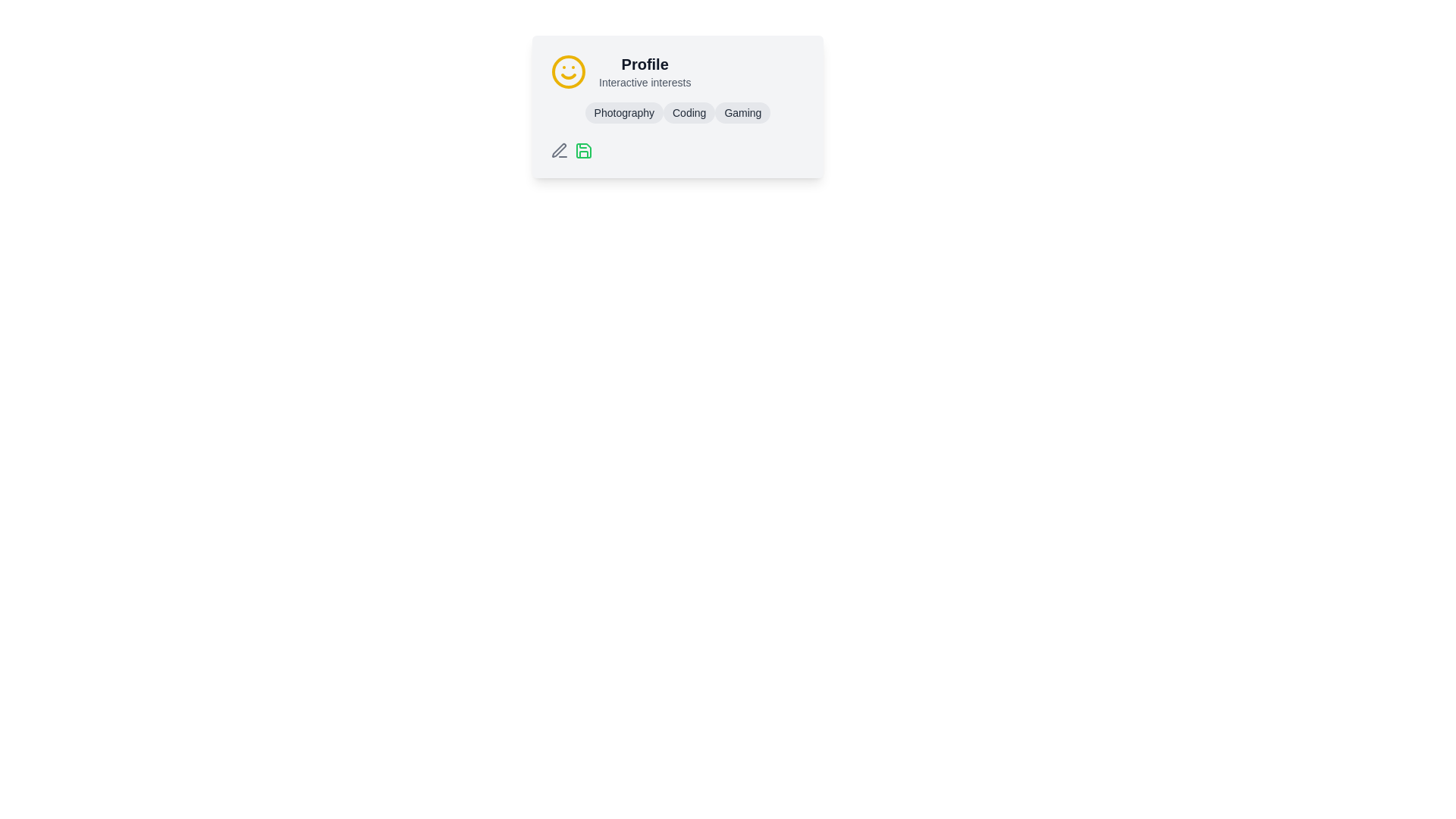  I want to click on the mouth element of the smiling face icon, which is represented by a graphic below the eyes, so click(567, 76).